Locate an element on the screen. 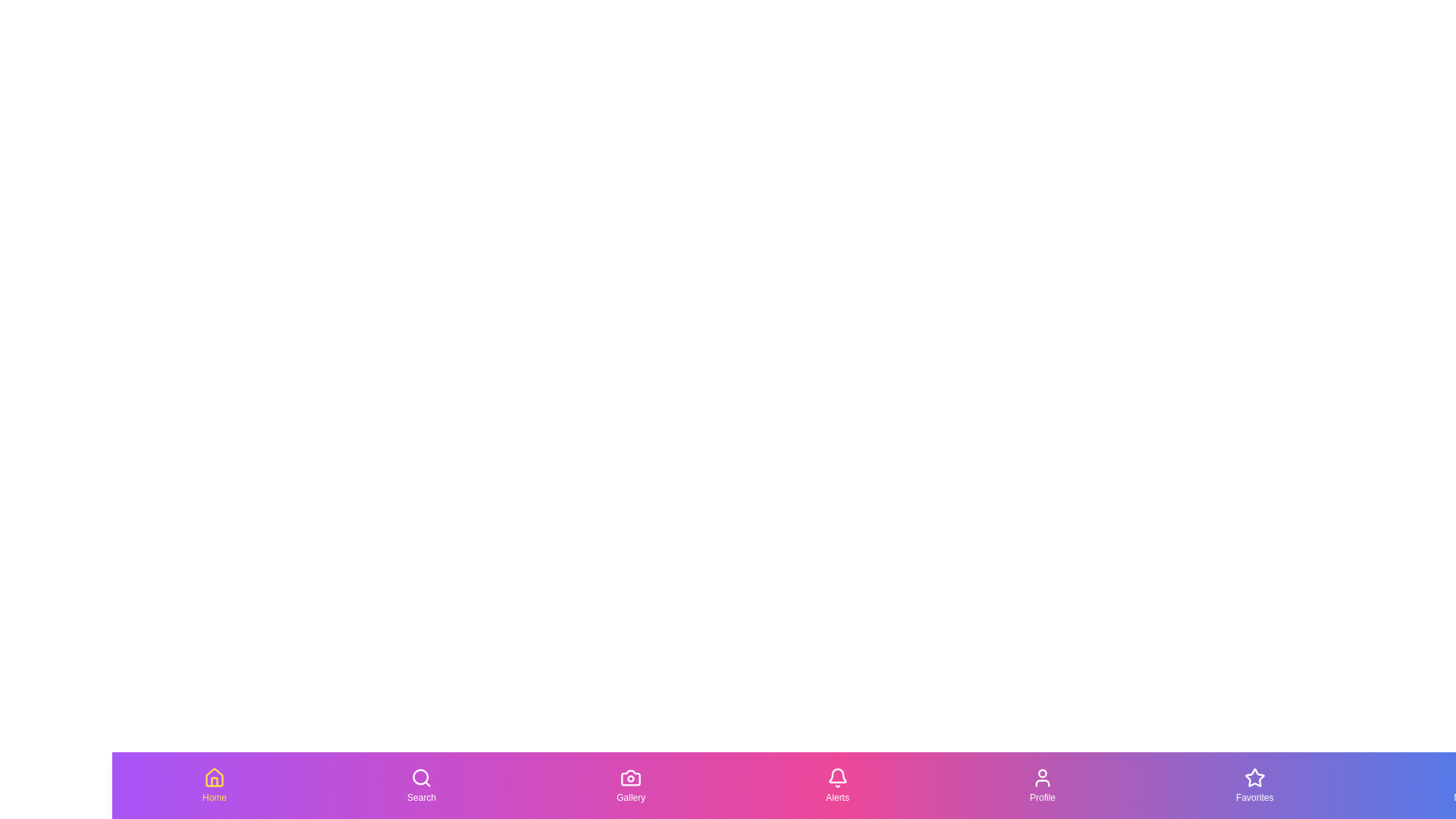 The image size is (1456, 819). the button labeled Alerts to observe the hover effect is located at coordinates (836, 785).